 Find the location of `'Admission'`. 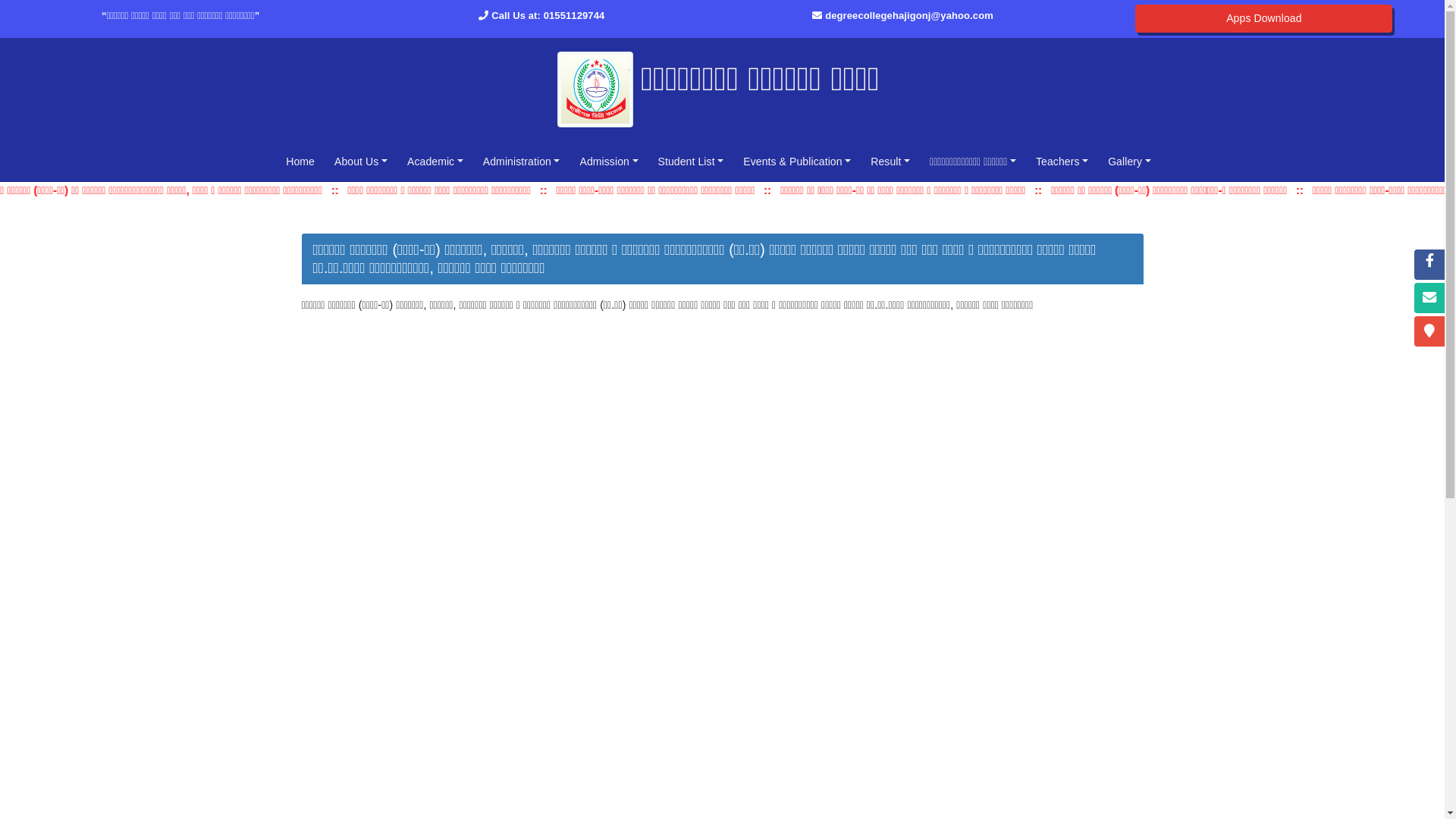

'Admission' is located at coordinates (608, 161).